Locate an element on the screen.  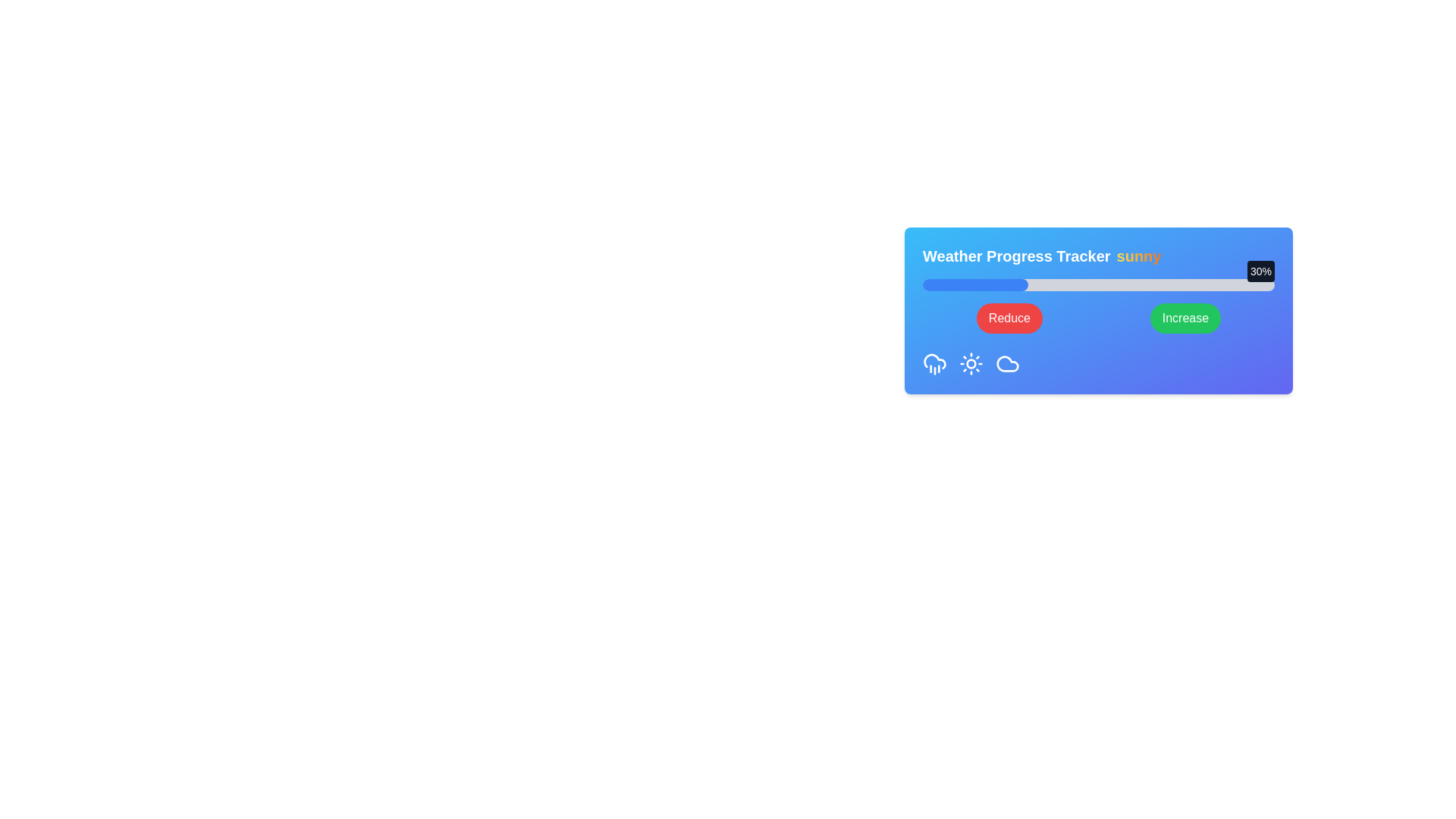
the horizontal progress bar styled with a gray base and blue fill, indicating 30% progress, located below the title 'Weather Progress Tracker sunny' is located at coordinates (1099, 284).